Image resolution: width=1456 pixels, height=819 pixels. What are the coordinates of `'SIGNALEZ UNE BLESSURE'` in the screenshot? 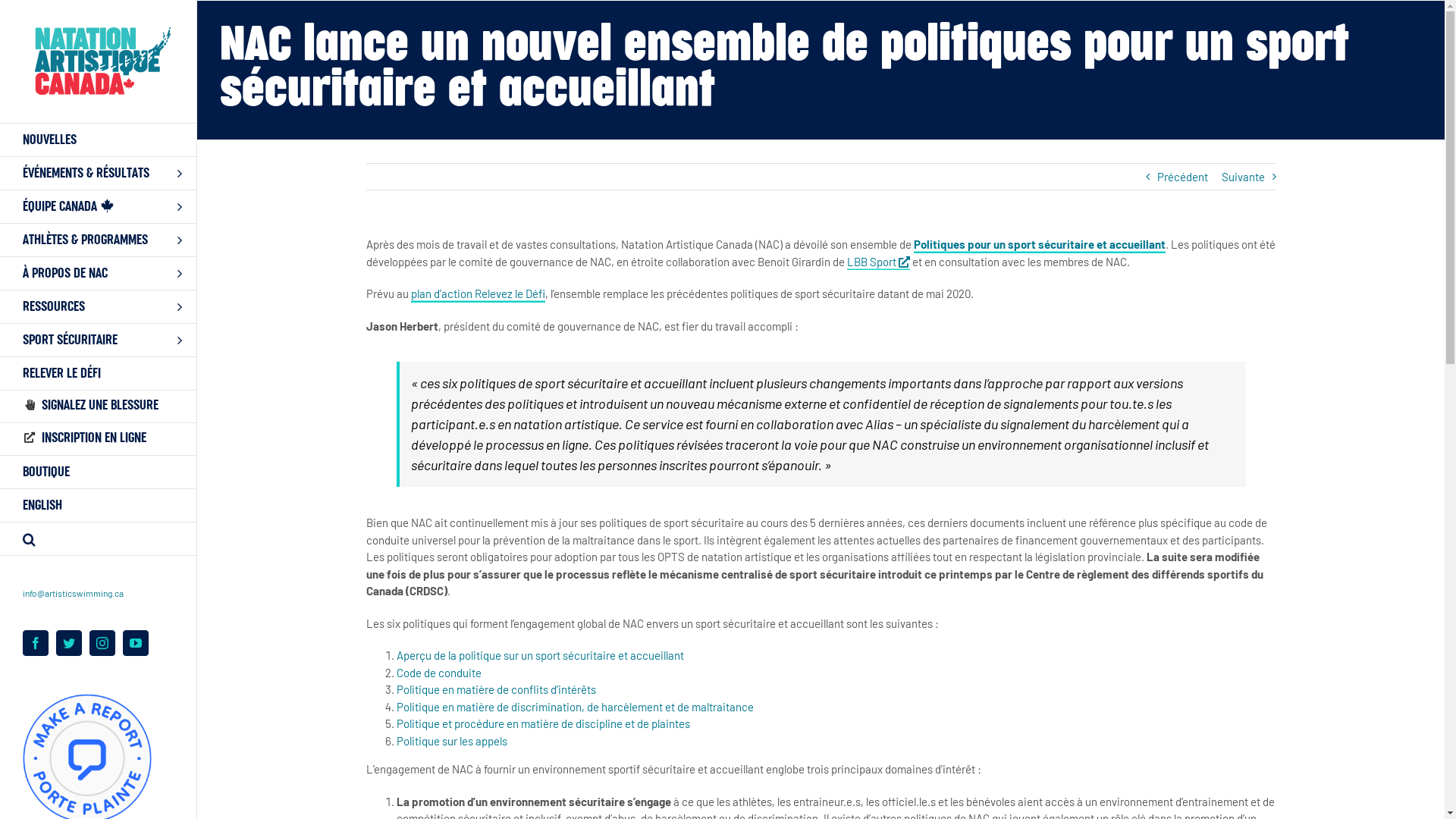 It's located at (97, 406).